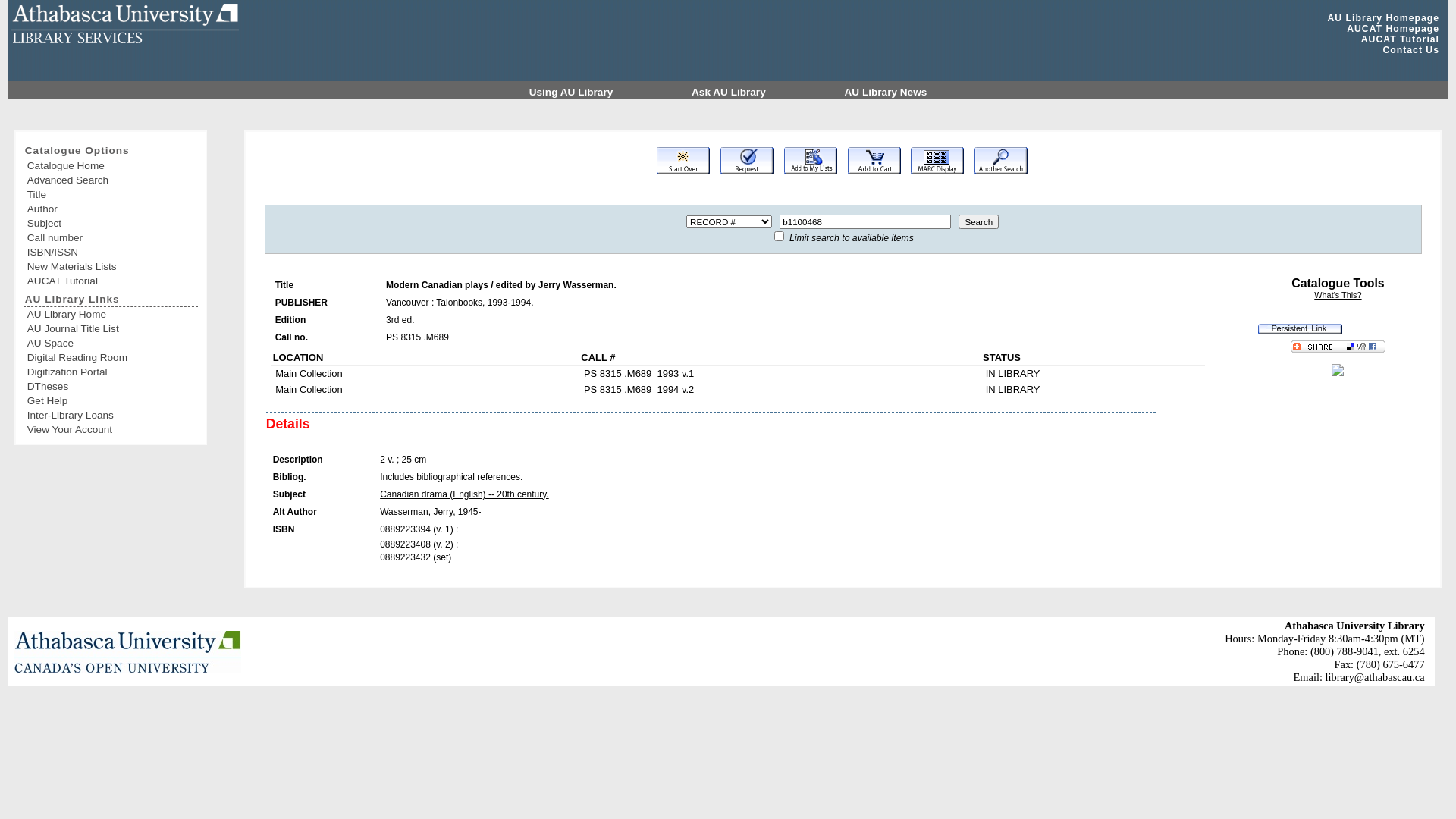 The height and width of the screenshot is (819, 1456). Describe the element at coordinates (463, 494) in the screenshot. I see `'Canadian drama (English) -- 20th century.'` at that location.